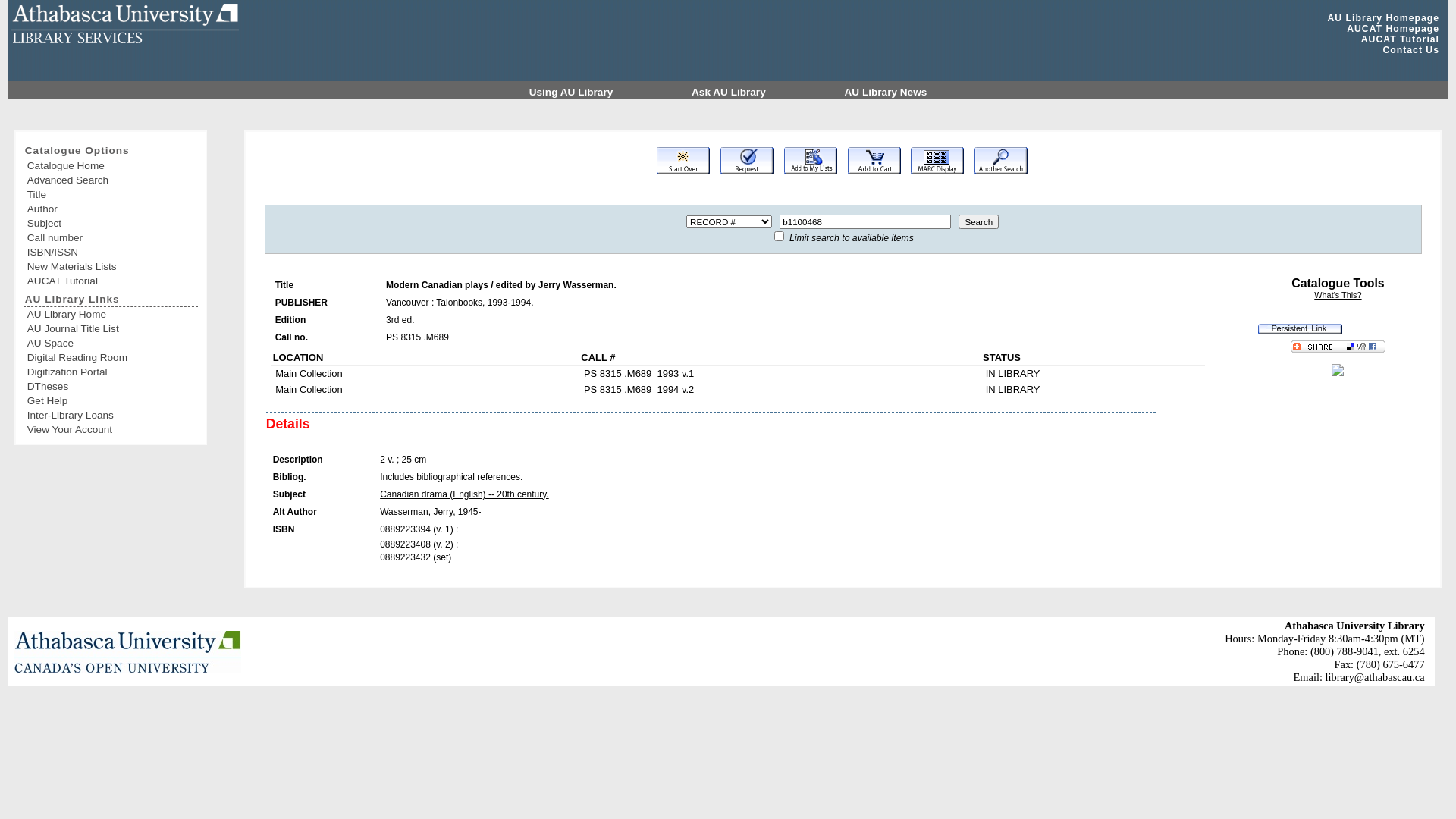 The height and width of the screenshot is (819, 1456). Describe the element at coordinates (463, 494) in the screenshot. I see `'Canadian drama (English) -- 20th century.'` at that location.